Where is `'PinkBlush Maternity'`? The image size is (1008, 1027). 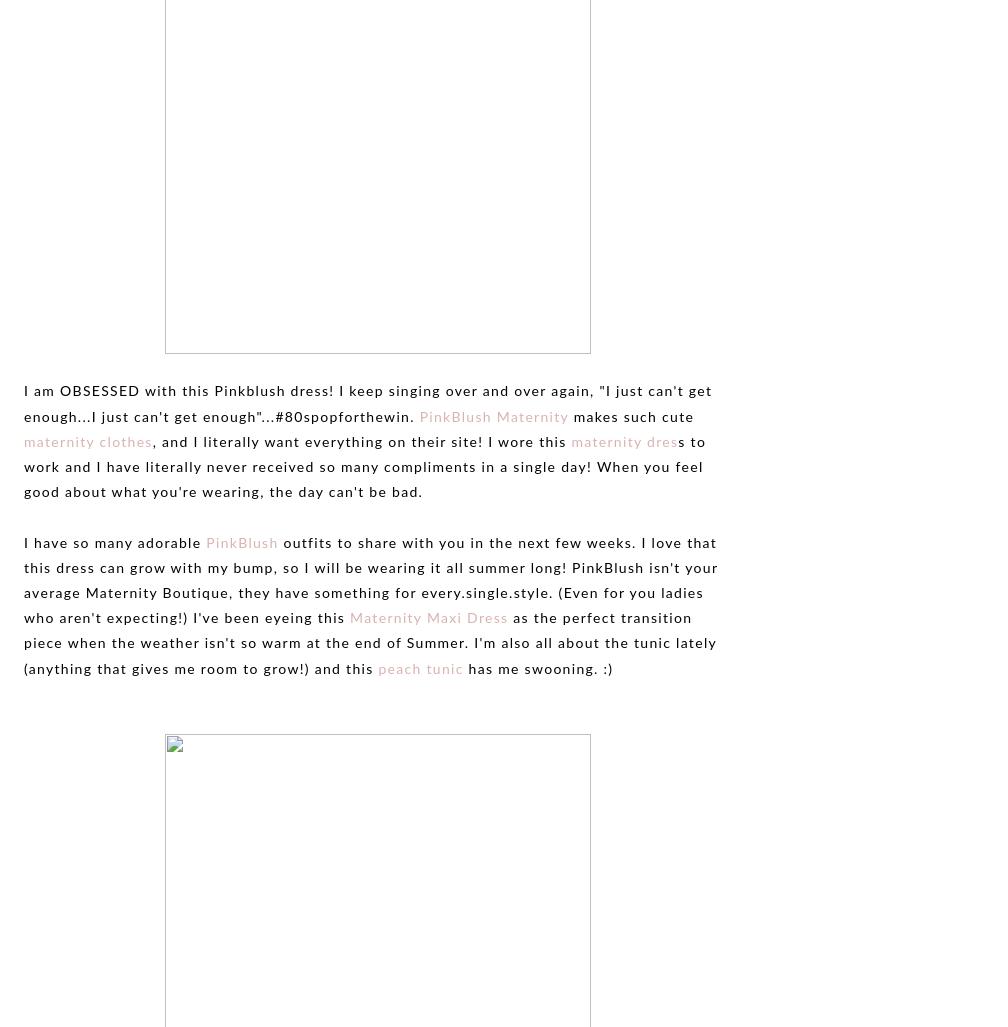 'PinkBlush Maternity' is located at coordinates (493, 415).